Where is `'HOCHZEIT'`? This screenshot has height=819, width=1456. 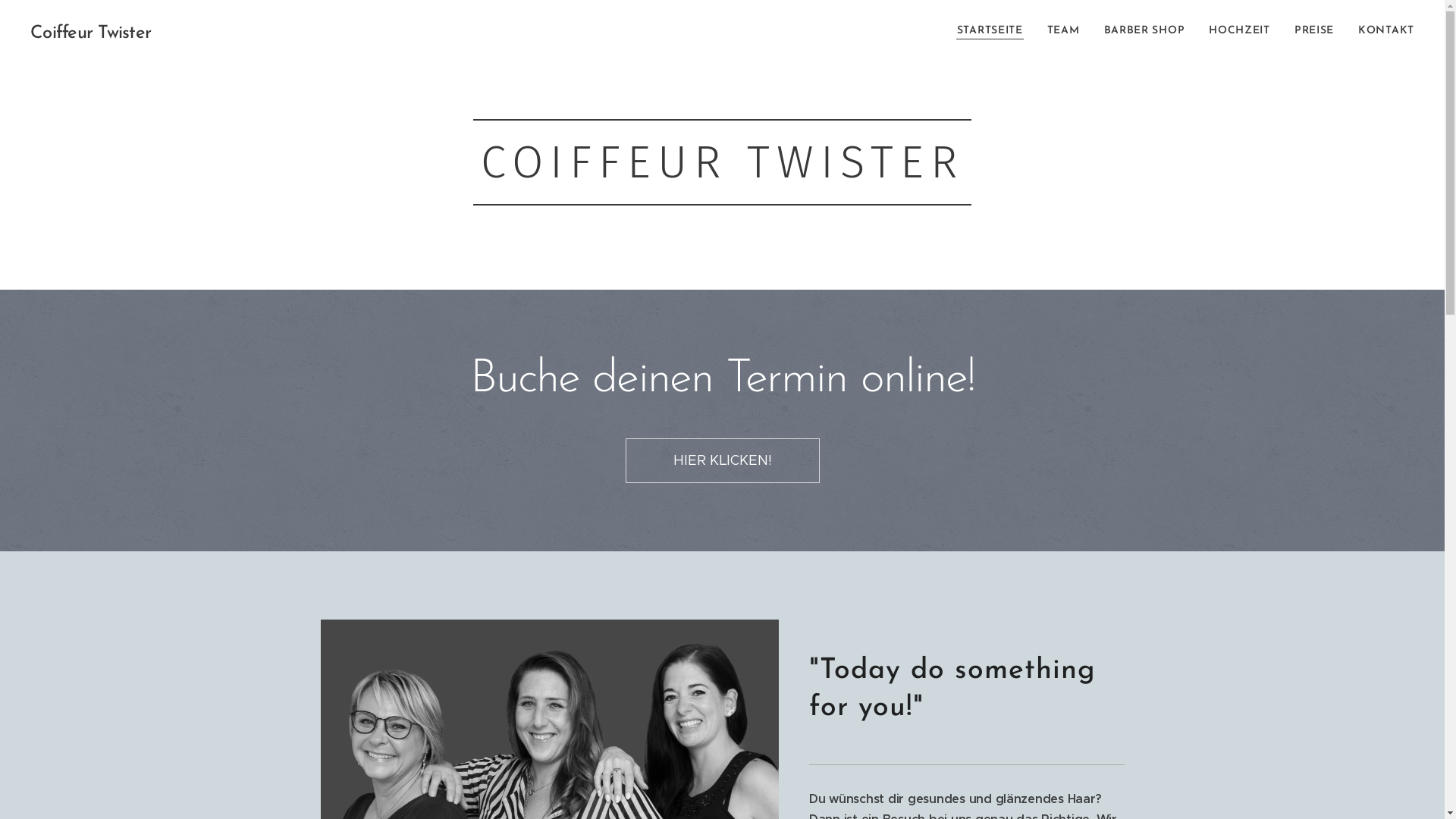 'HOCHZEIT' is located at coordinates (1239, 31).